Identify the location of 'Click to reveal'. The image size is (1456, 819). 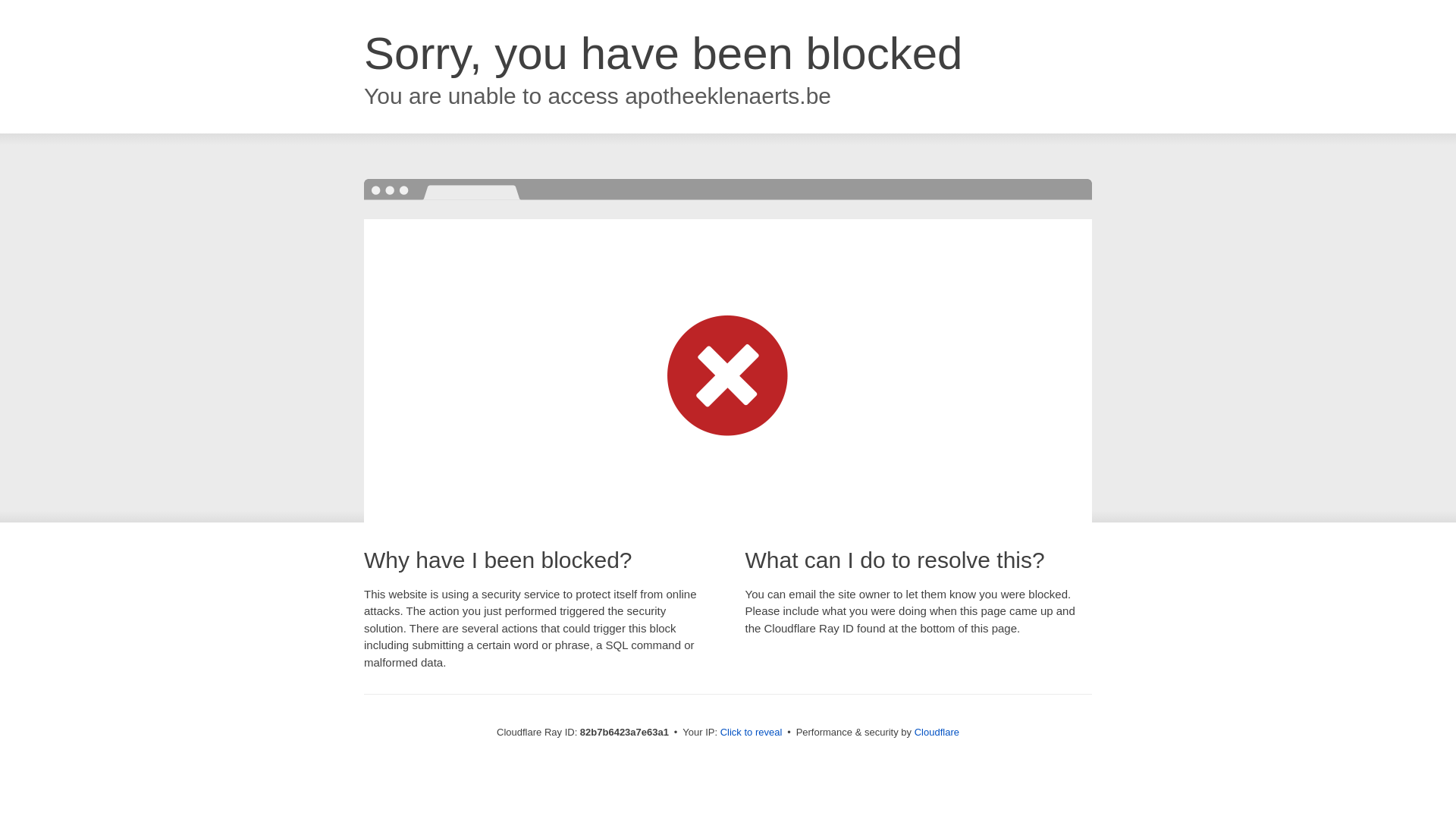
(751, 731).